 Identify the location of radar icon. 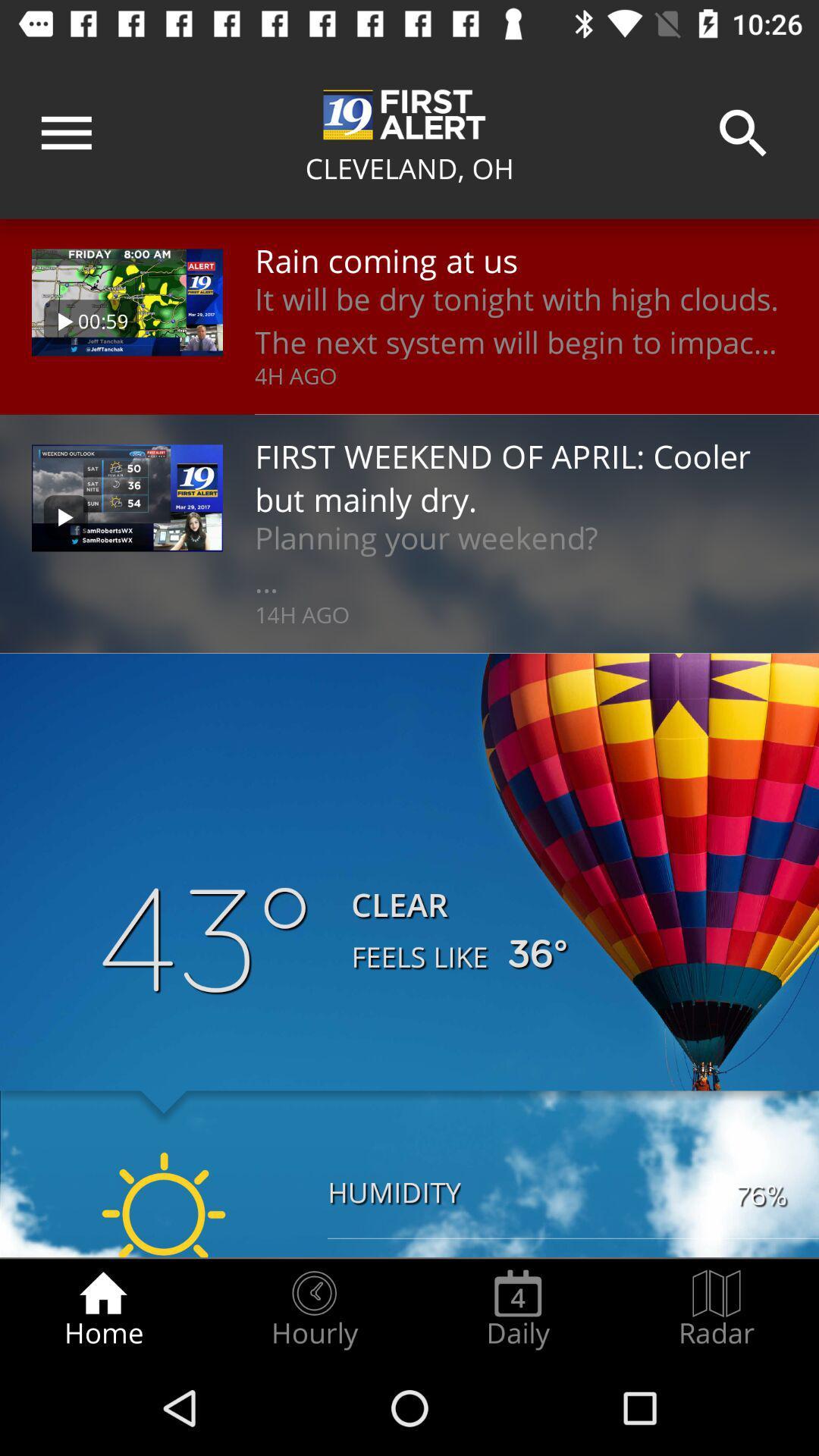
(717, 1309).